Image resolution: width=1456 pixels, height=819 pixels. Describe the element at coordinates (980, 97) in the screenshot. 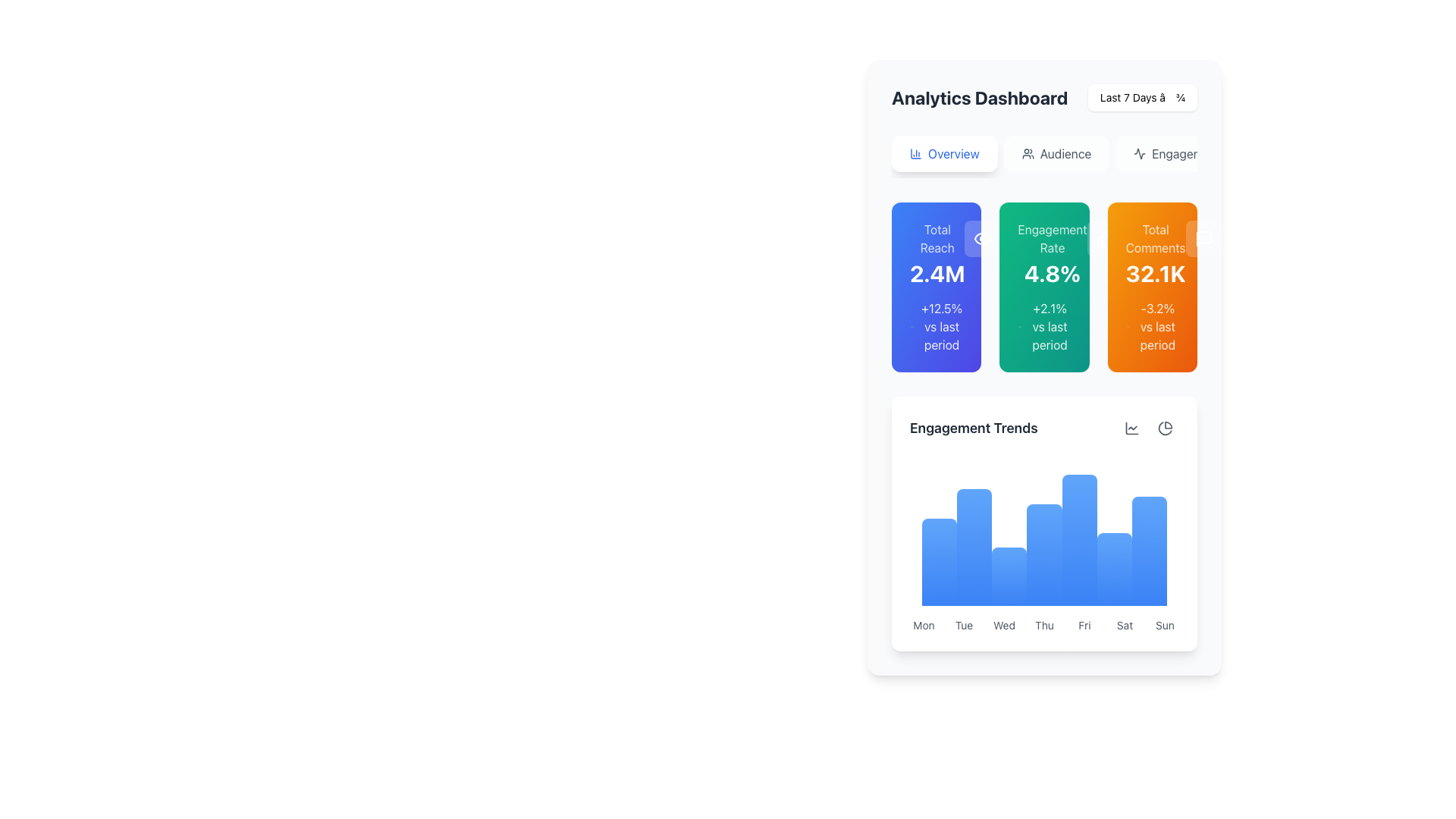

I see `the Static Text Label that reads 'Analytics Dashboard', styled with a bold and large font, located prominently at the top of the widget area` at that location.